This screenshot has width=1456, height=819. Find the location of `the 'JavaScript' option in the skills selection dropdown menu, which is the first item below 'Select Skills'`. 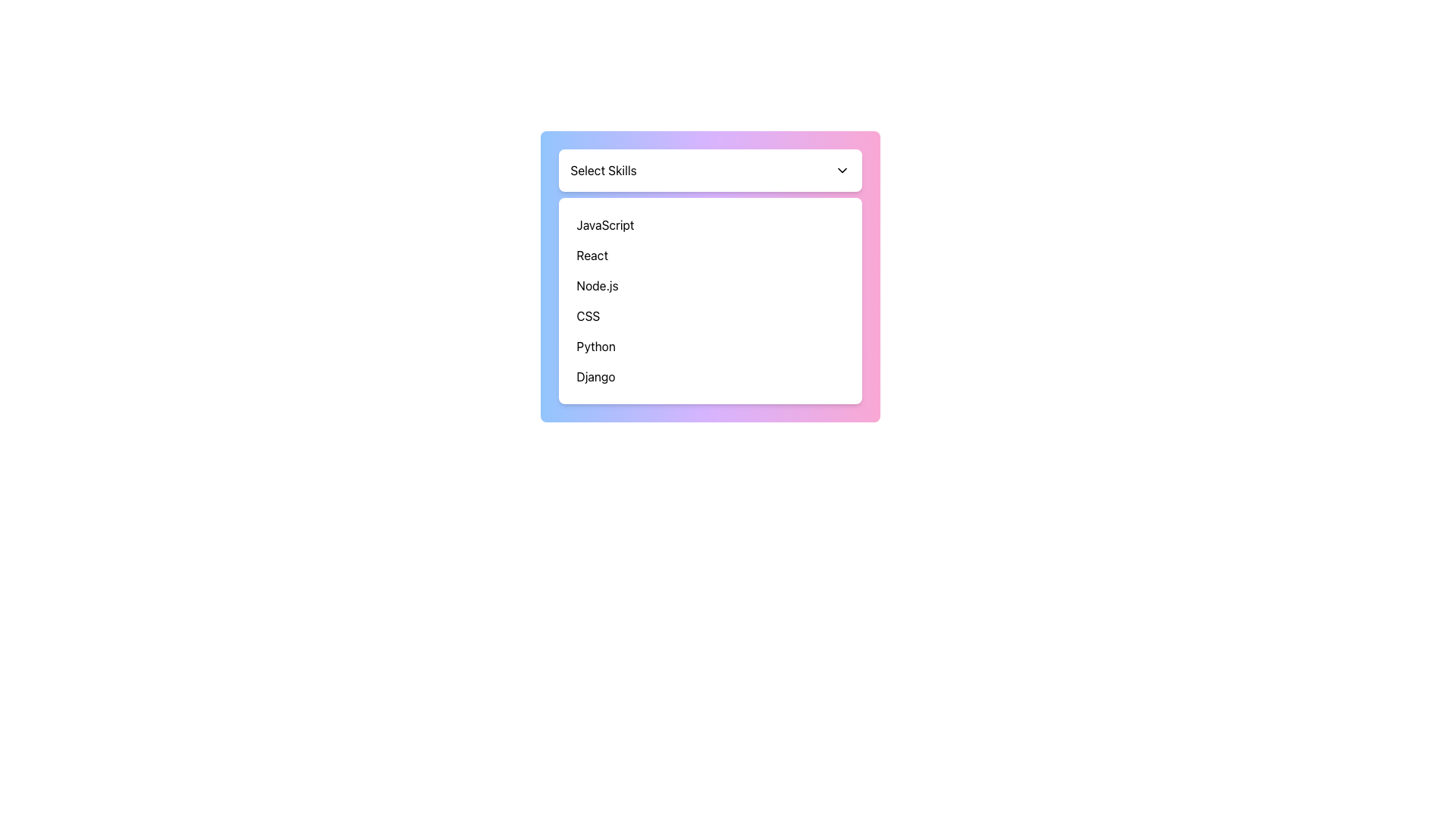

the 'JavaScript' option in the skills selection dropdown menu, which is the first item below 'Select Skills' is located at coordinates (709, 225).